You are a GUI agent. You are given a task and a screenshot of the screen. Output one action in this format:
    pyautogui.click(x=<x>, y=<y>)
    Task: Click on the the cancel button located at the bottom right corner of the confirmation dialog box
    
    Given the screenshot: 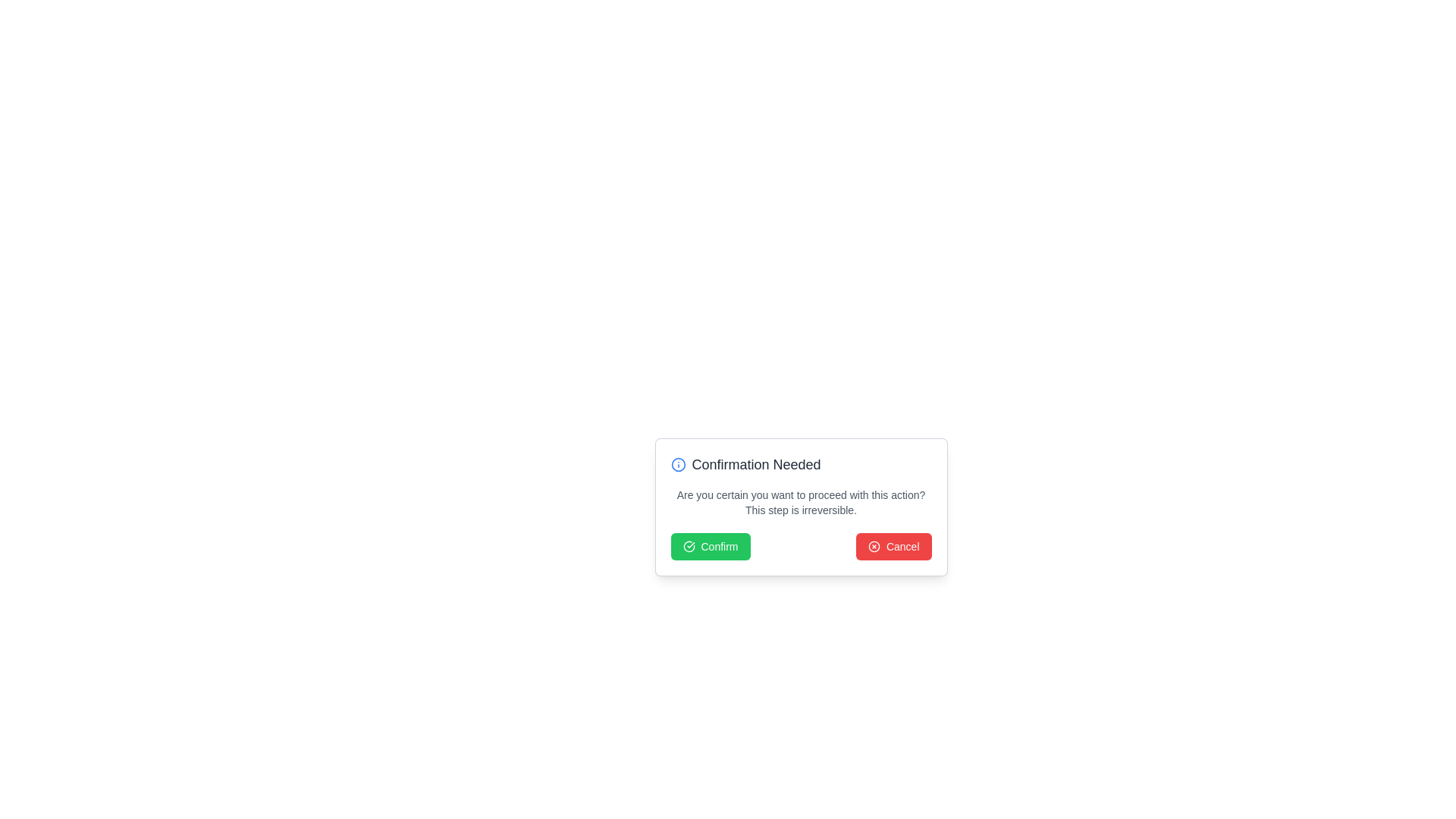 What is the action you would take?
    pyautogui.click(x=893, y=547)
    